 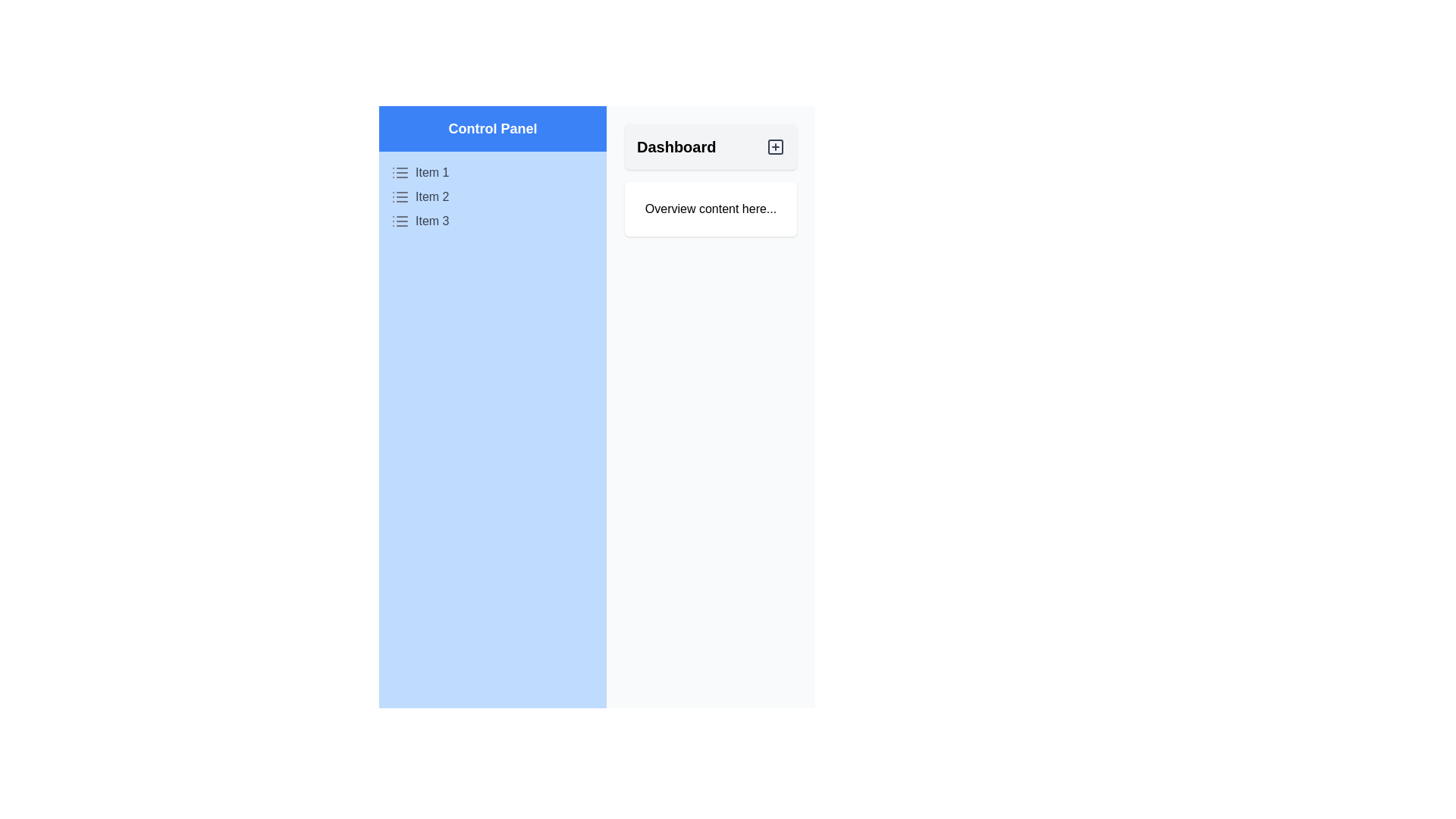 I want to click on the blue rectangular header labeled 'Control Panel' located at the top of the left sidebar, so click(x=492, y=127).